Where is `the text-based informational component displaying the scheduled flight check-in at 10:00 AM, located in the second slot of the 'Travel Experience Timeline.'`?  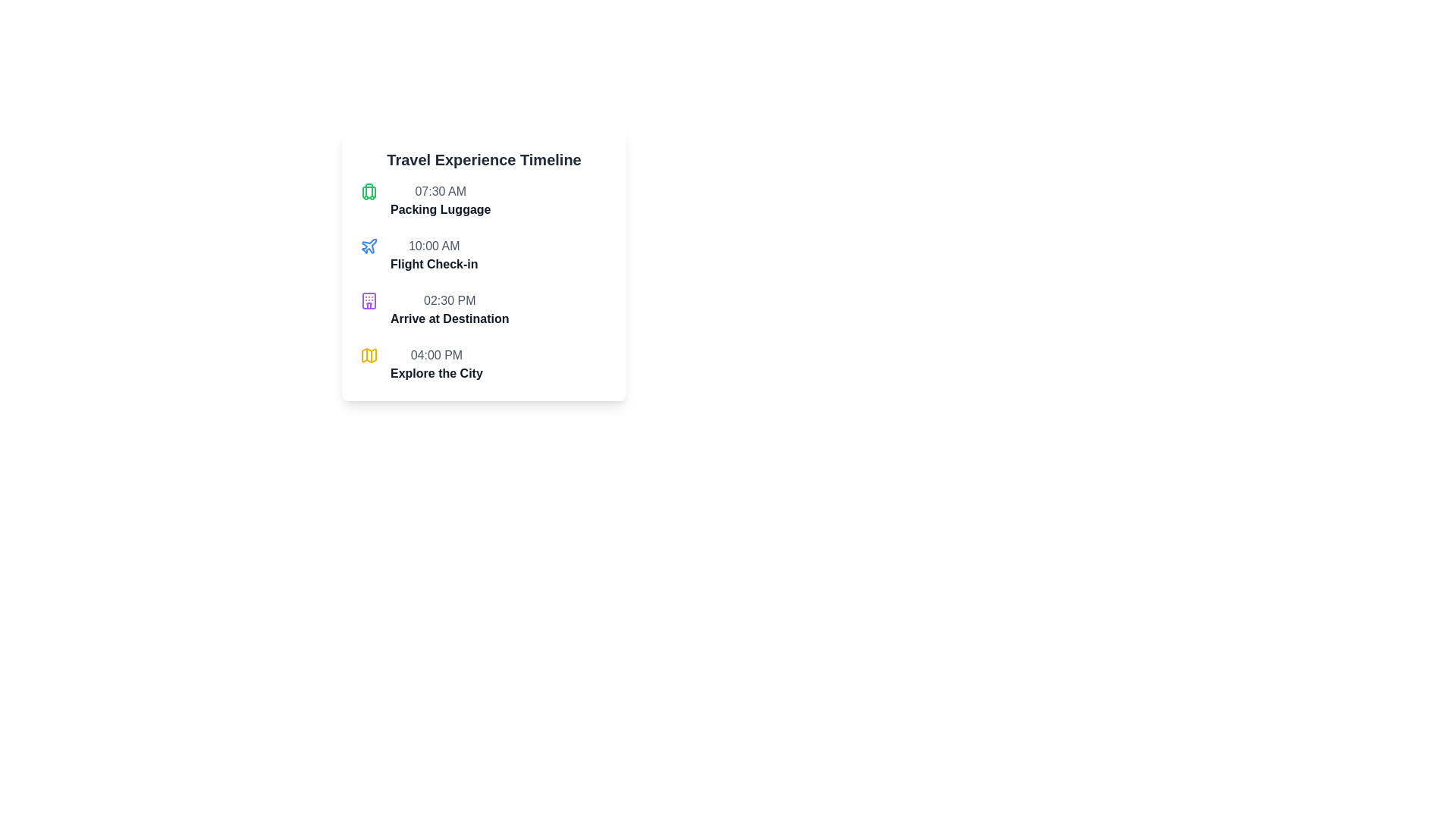 the text-based informational component displaying the scheduled flight check-in at 10:00 AM, located in the second slot of the 'Travel Experience Timeline.' is located at coordinates (433, 254).